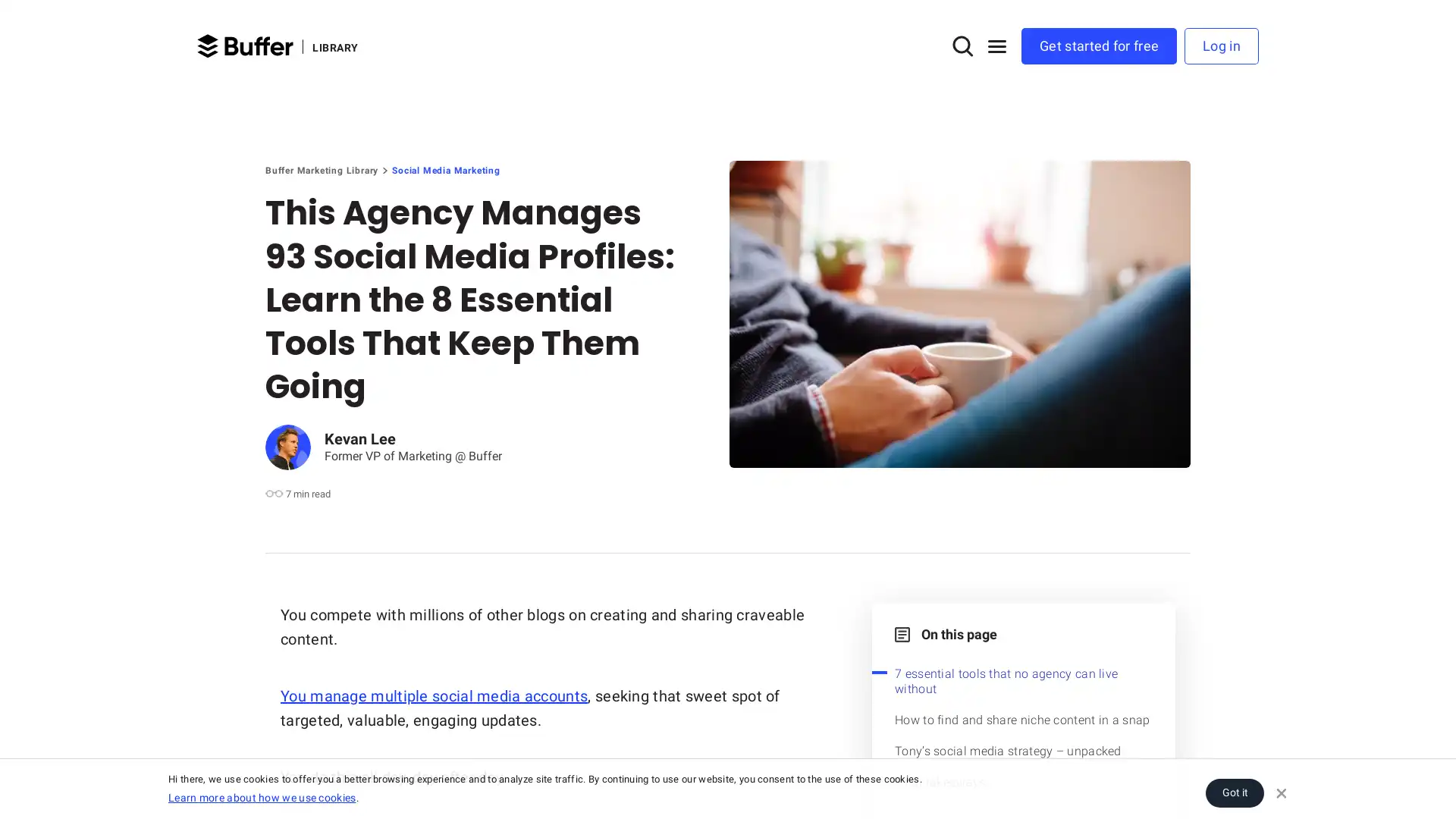 This screenshot has width=1456, height=819. What do you see at coordinates (997, 45) in the screenshot?
I see `Menu` at bounding box center [997, 45].